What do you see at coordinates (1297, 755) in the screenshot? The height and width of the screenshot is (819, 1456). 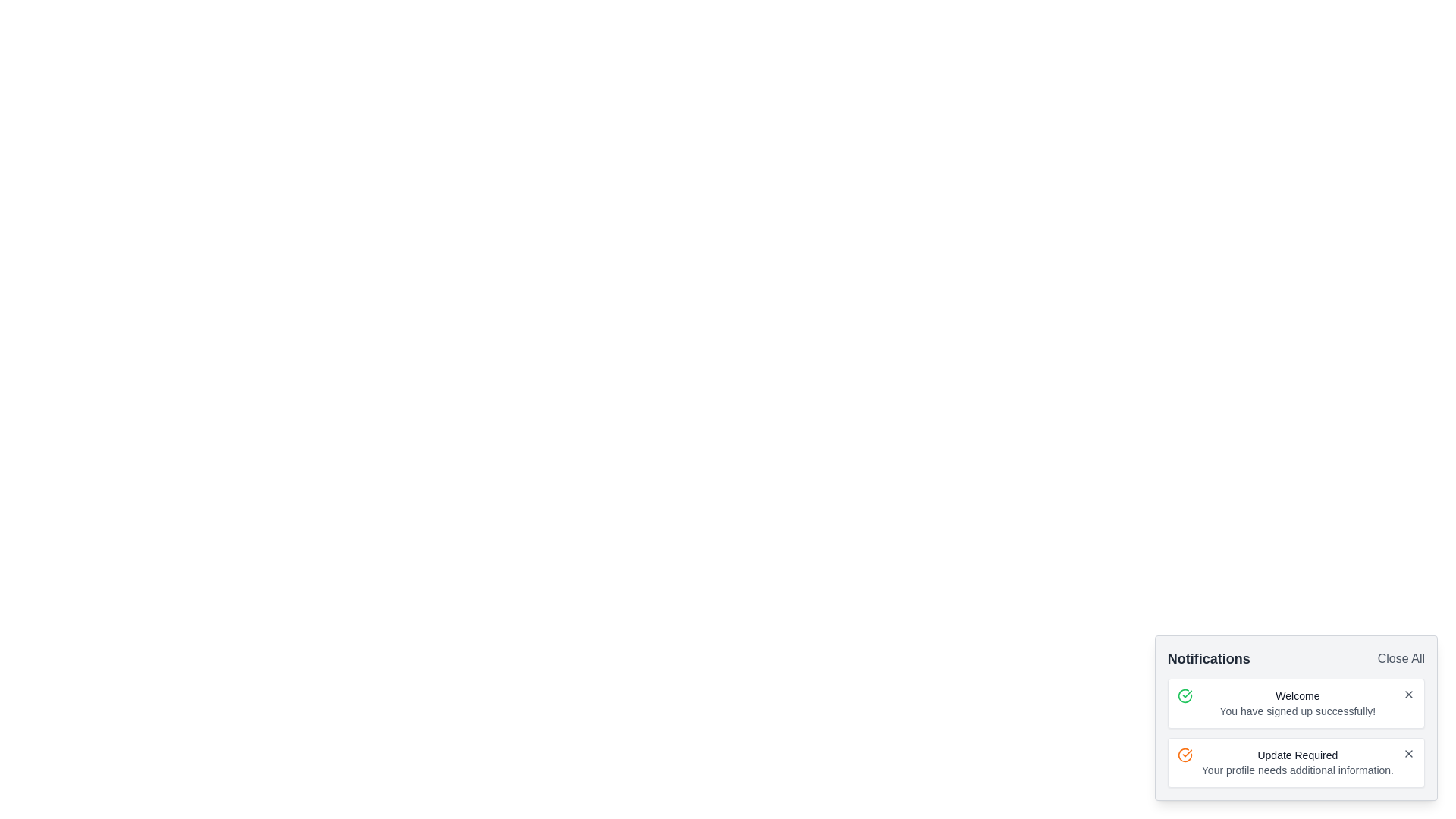 I see `the informational text label notifying users of an update requirement related to their profile, located in the Notifications section of the interface` at bounding box center [1297, 755].